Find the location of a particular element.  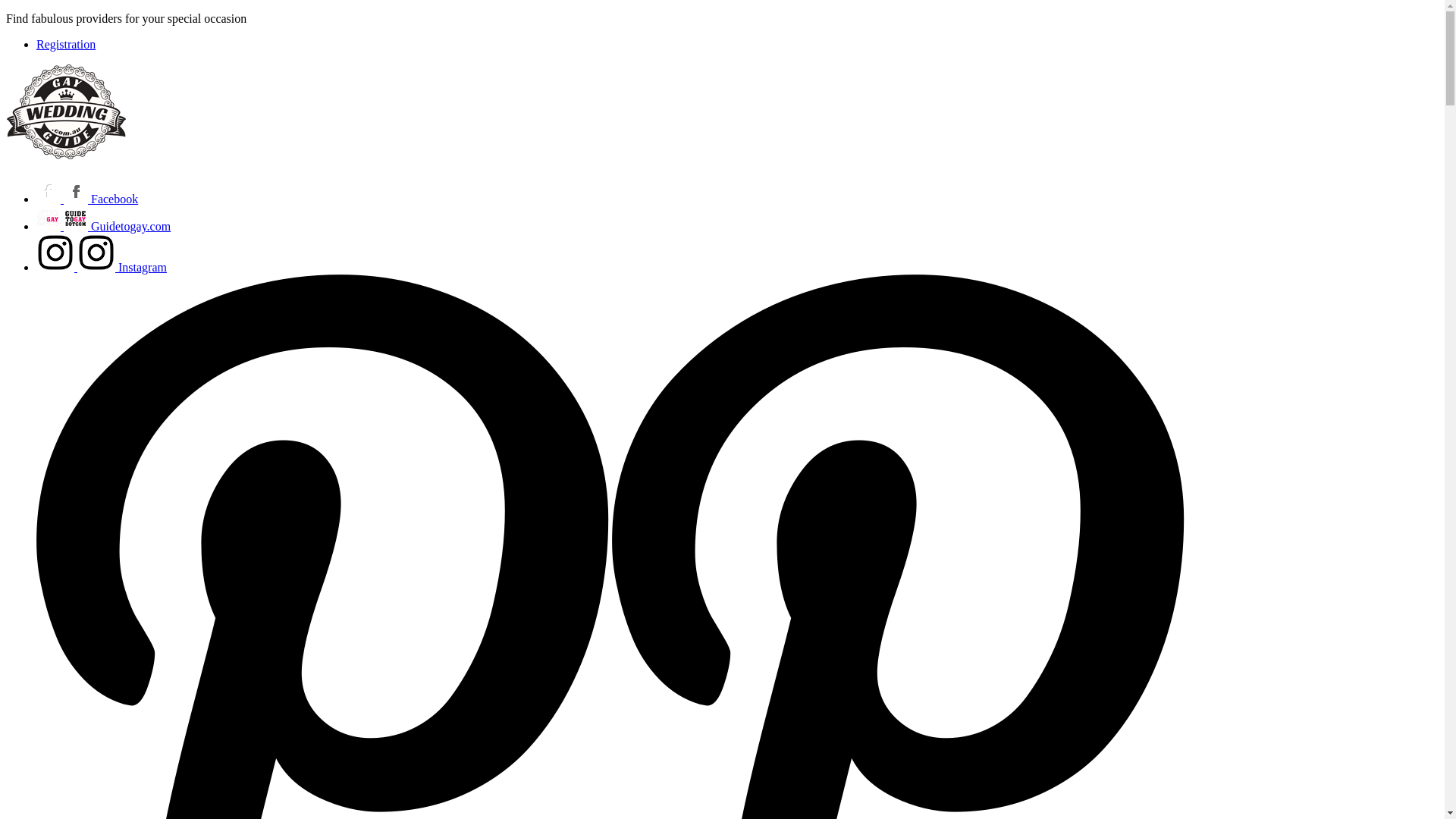

'GayWeddingGuide.com.au' is located at coordinates (66, 159).